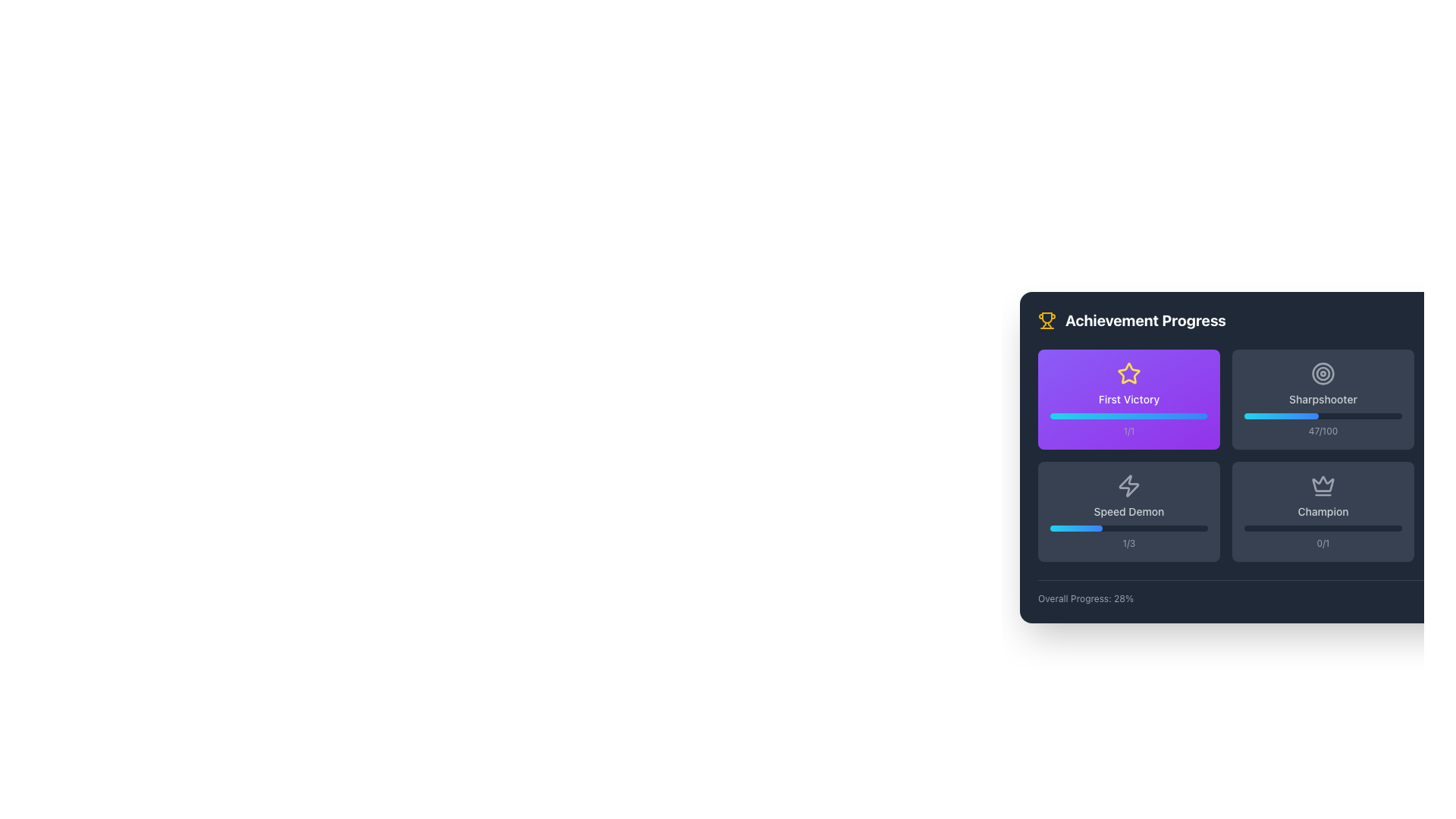 This screenshot has width=1456, height=819. What do you see at coordinates (1146, 320) in the screenshot?
I see `the header text indicating user achievement progress, located at the top-left corner of the achievement section, immediately to the right of the trophy icon` at bounding box center [1146, 320].